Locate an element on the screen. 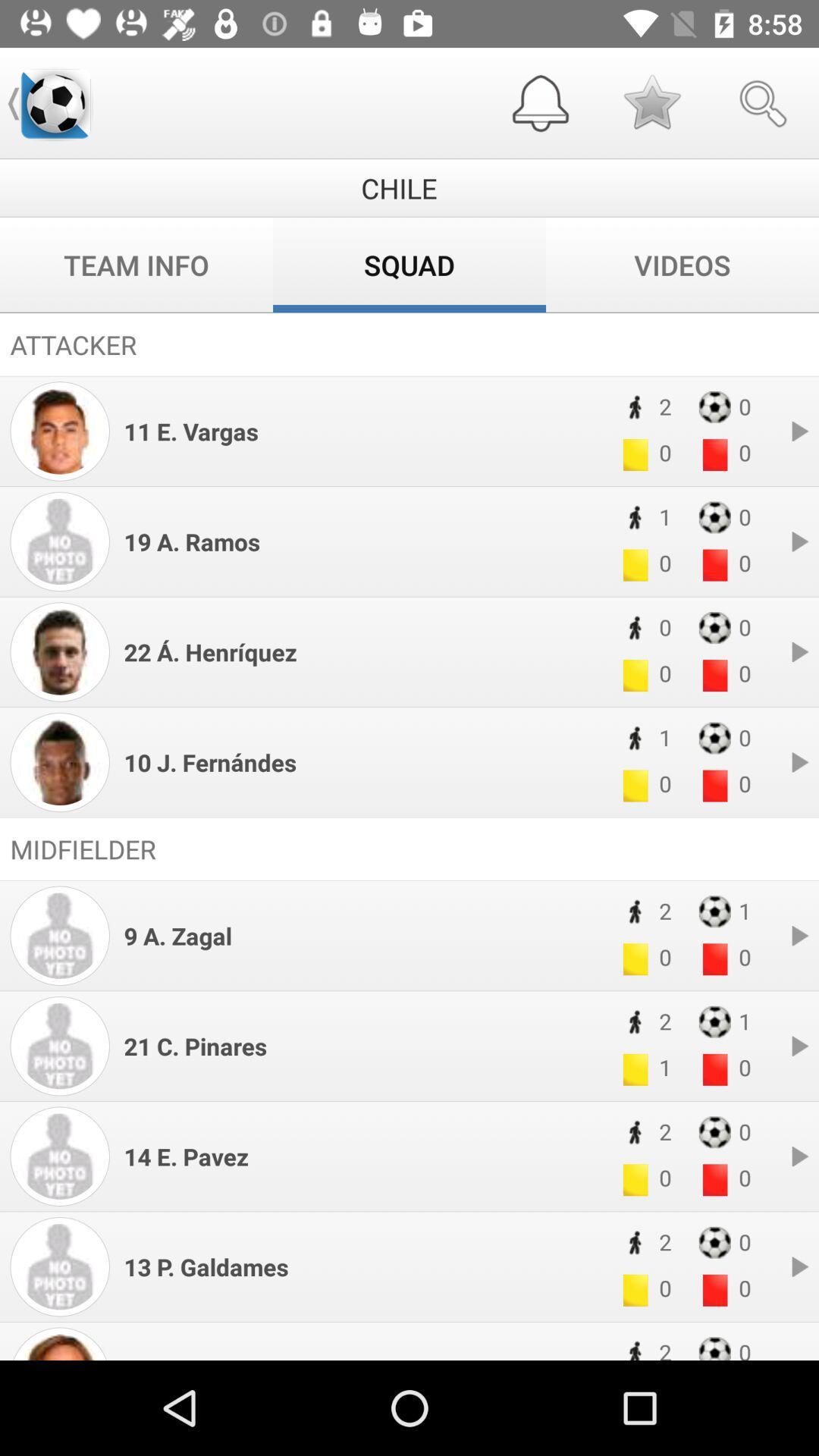 This screenshot has height=1456, width=819. the forward icon of 19 aramos is located at coordinates (798, 541).